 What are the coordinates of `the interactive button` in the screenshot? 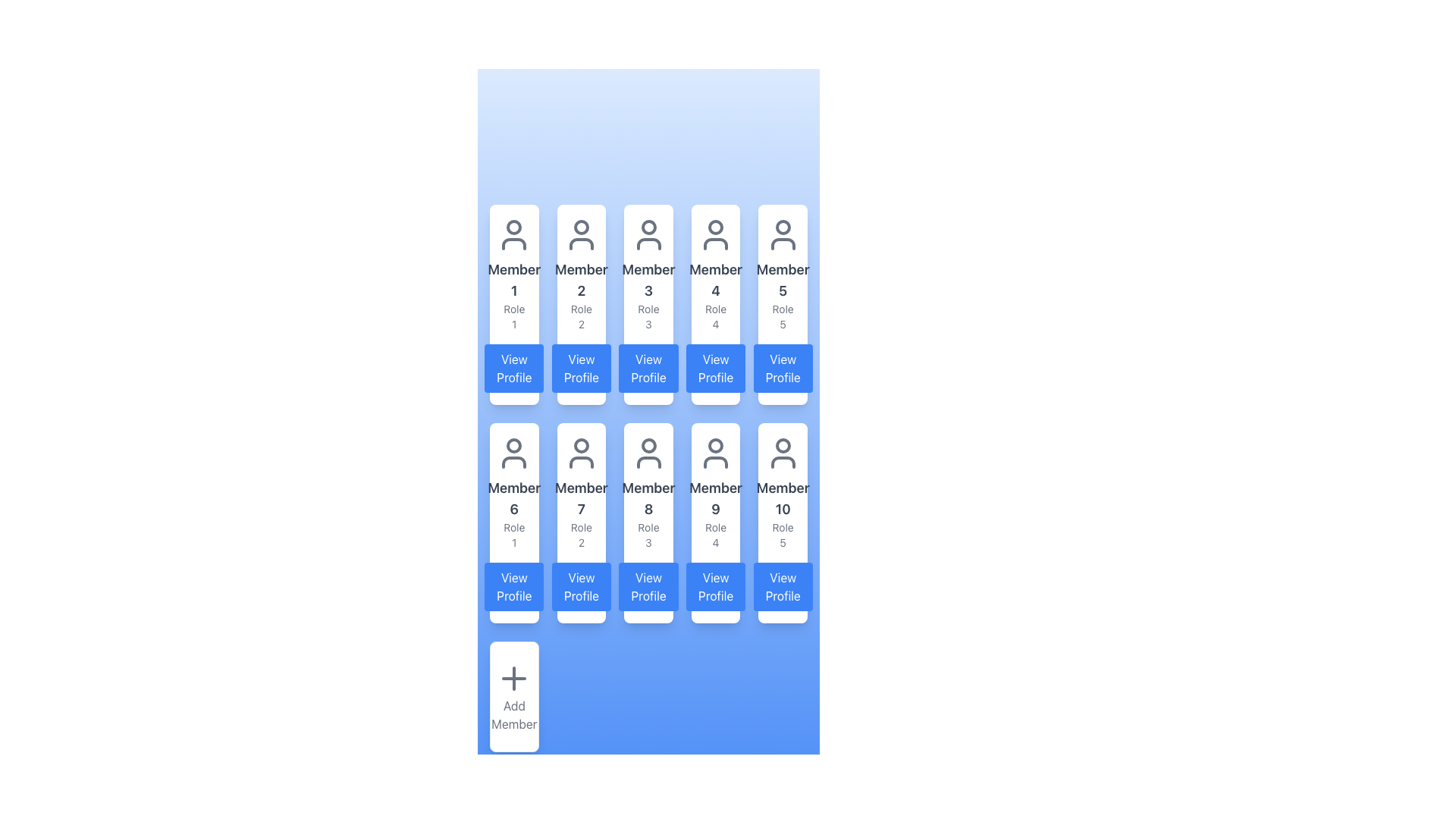 It's located at (514, 369).